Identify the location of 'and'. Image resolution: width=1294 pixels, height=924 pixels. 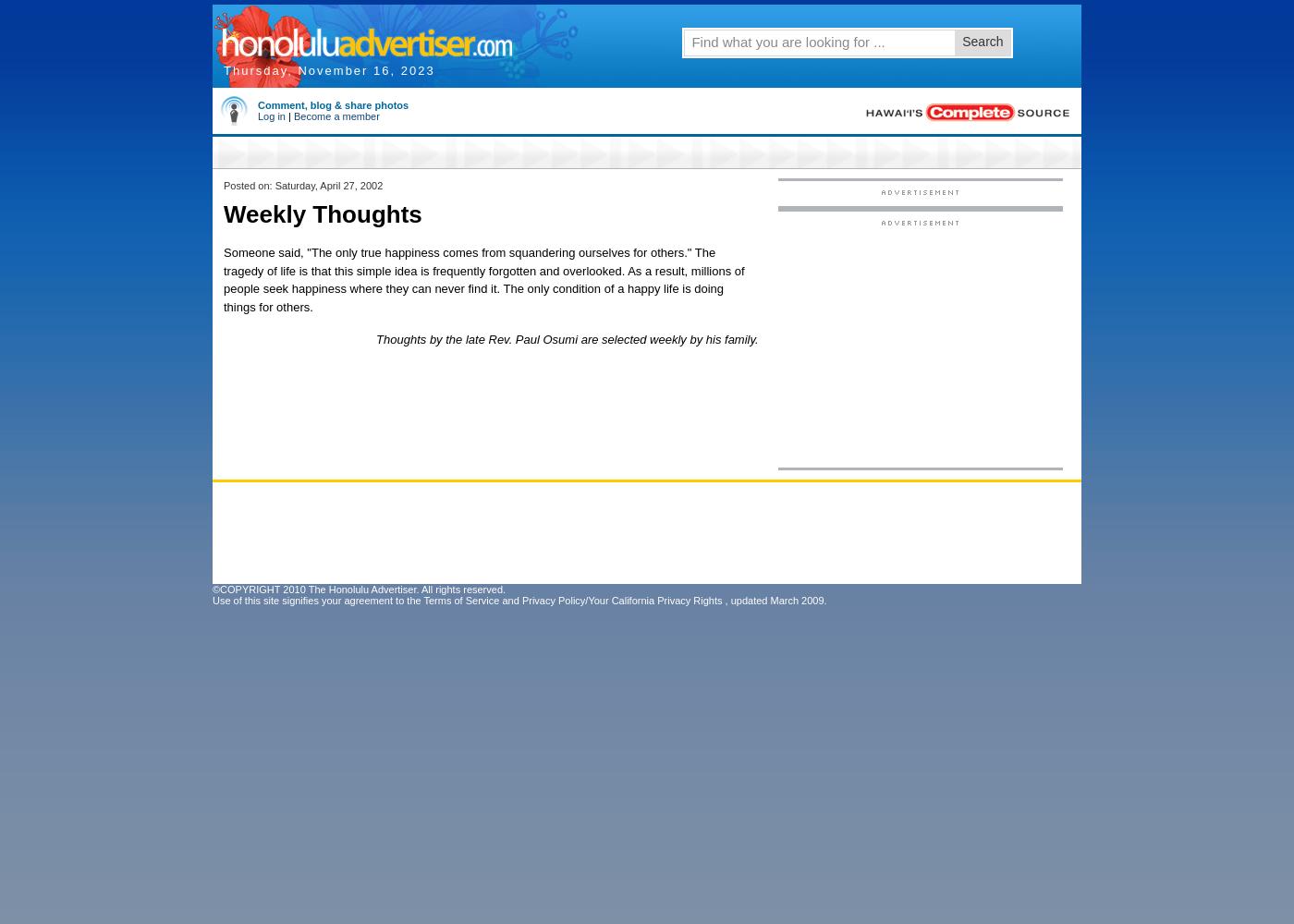
(498, 601).